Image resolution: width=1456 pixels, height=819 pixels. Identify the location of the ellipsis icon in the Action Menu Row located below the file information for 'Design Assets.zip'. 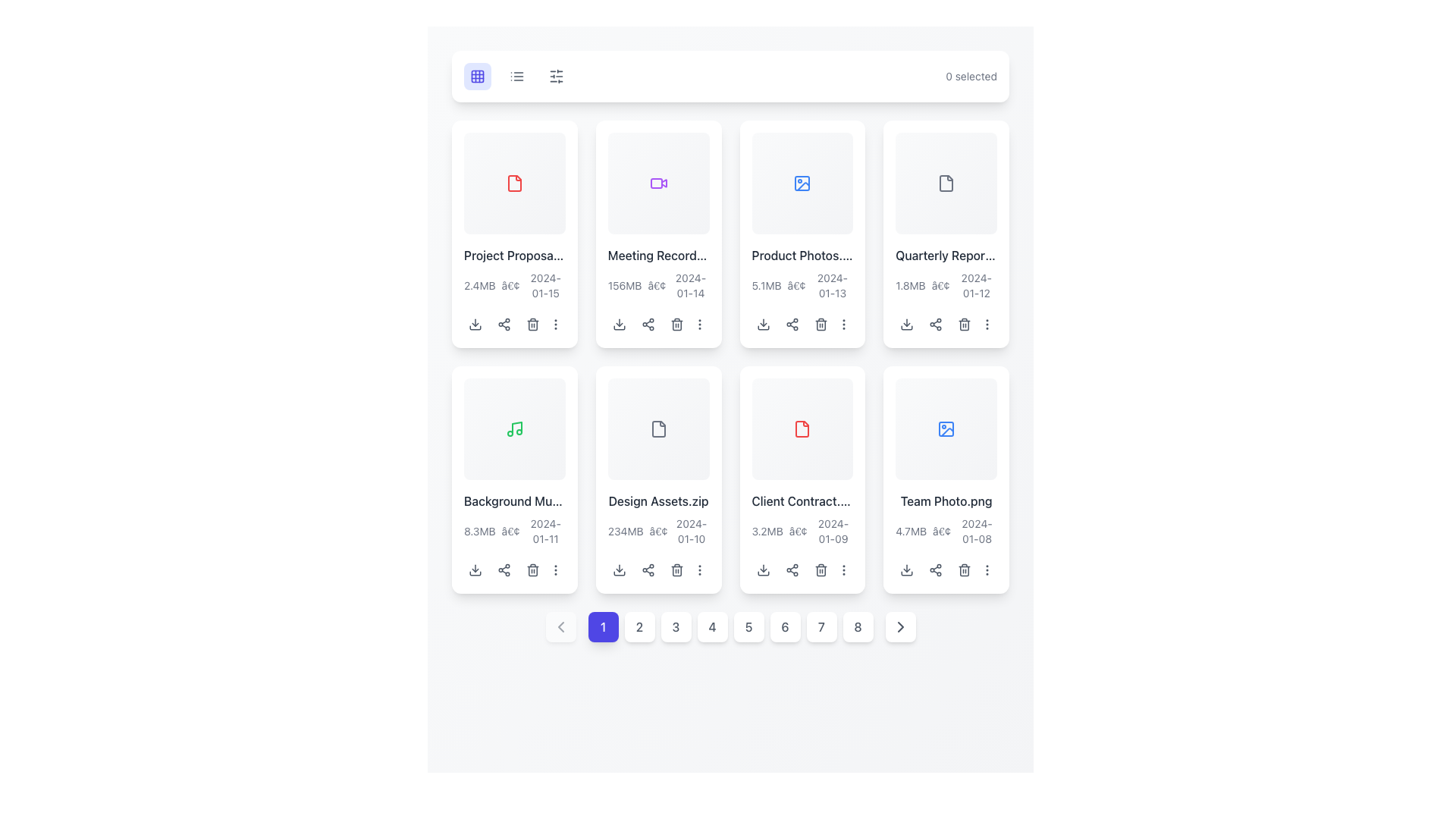
(658, 570).